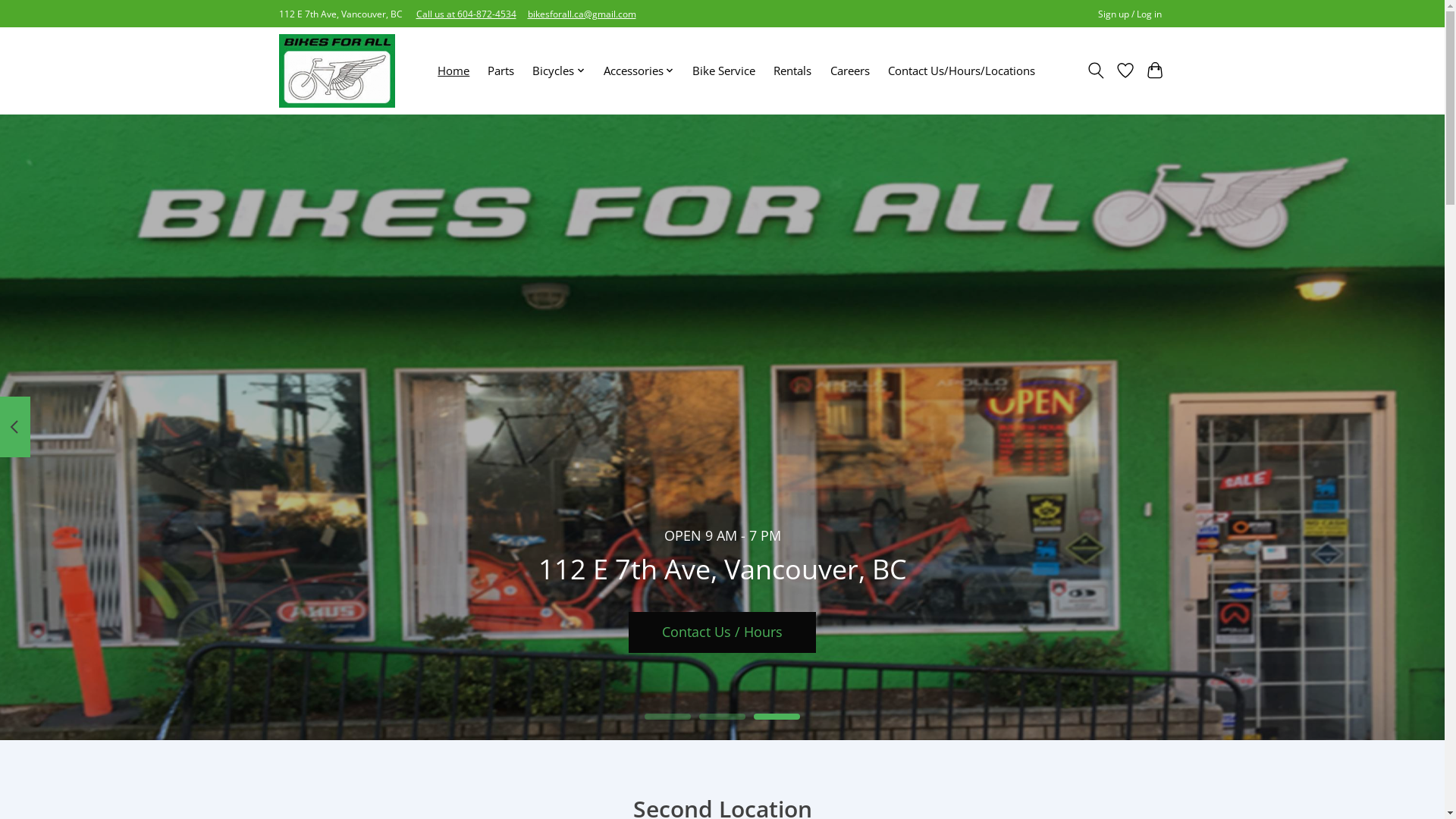 This screenshot has height=819, width=1456. Describe the element at coordinates (639, 71) in the screenshot. I see `'Accessories'` at that location.